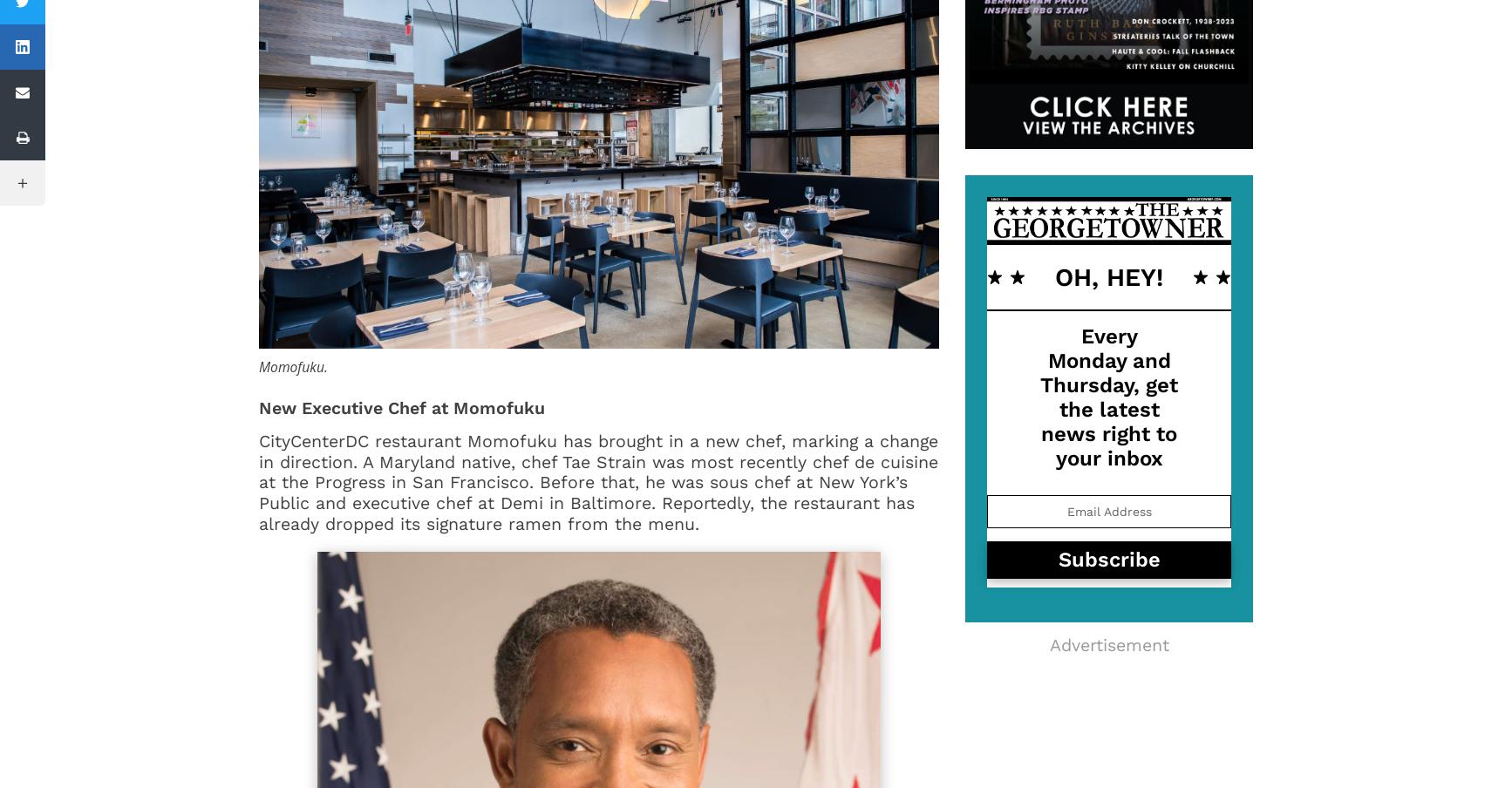 The width and height of the screenshot is (1512, 788). I want to click on 'OH, HEY!', so click(1109, 276).